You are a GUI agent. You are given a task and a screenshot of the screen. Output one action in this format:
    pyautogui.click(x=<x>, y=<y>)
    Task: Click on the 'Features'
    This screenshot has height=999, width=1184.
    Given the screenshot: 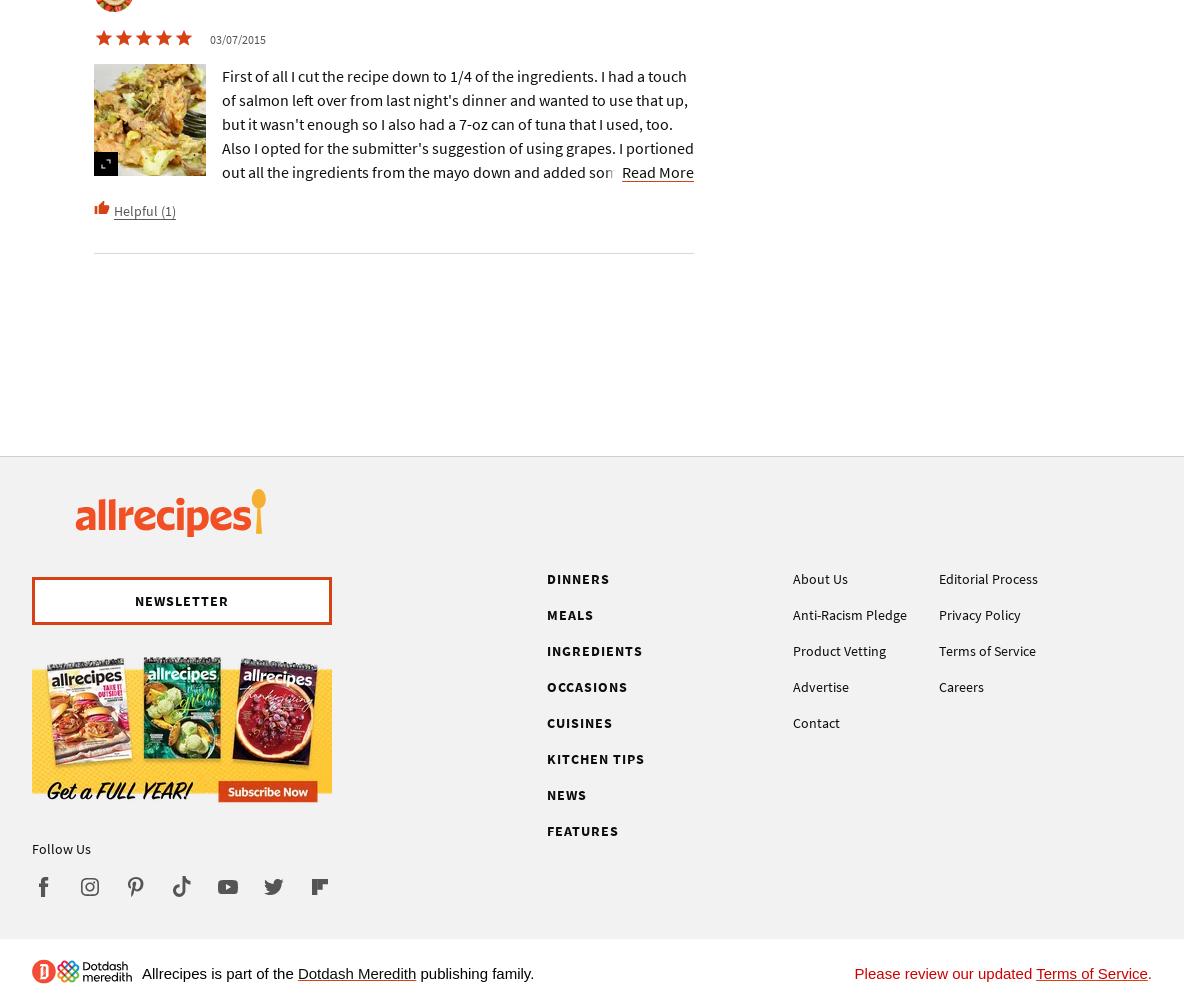 What is the action you would take?
    pyautogui.click(x=547, y=830)
    